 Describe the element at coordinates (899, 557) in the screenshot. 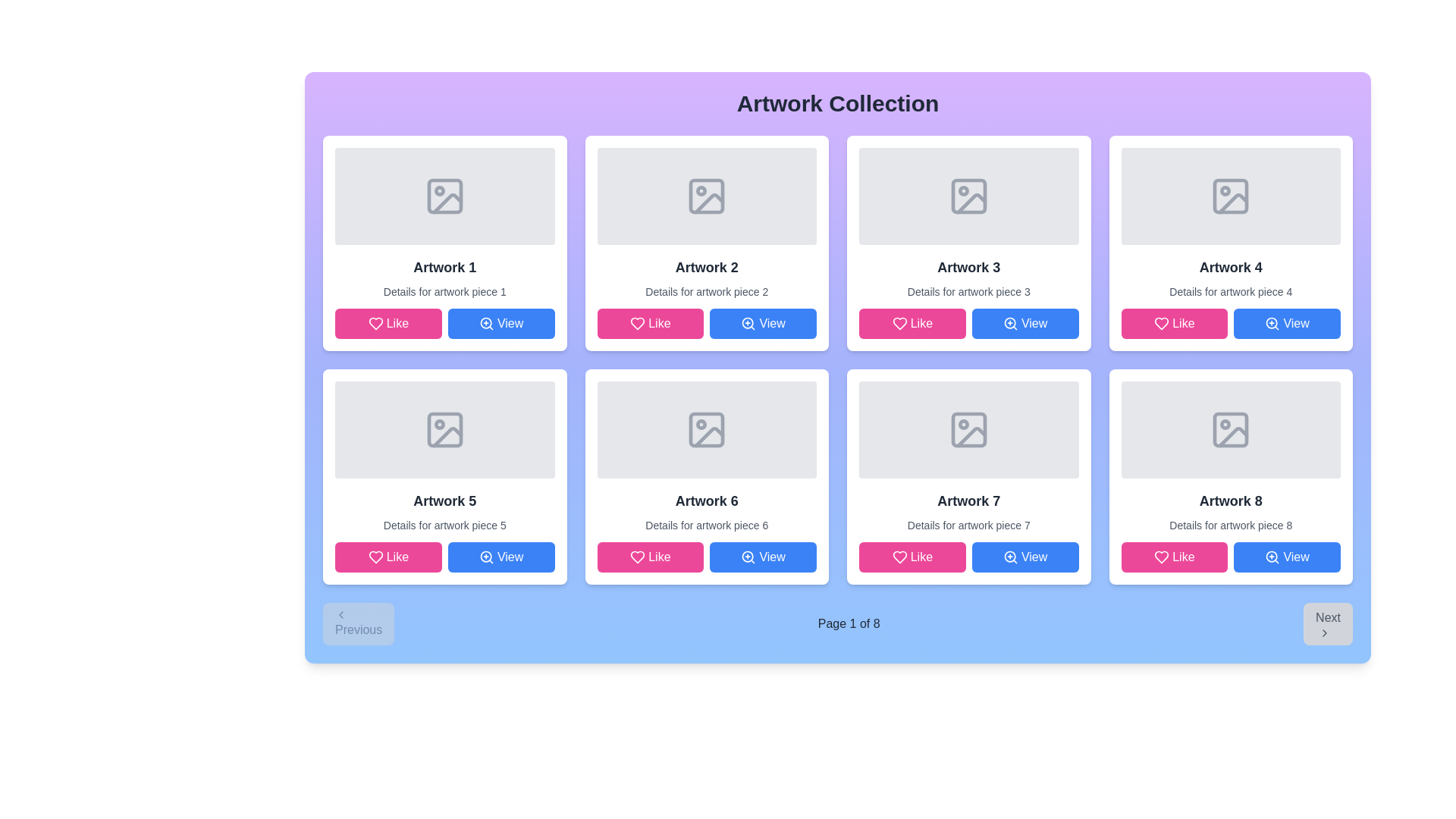

I see `the Like icon located in the lower-left corner of the 'Like' button for 'Artwork 7', which is the seventh card in the artwork grid` at that location.